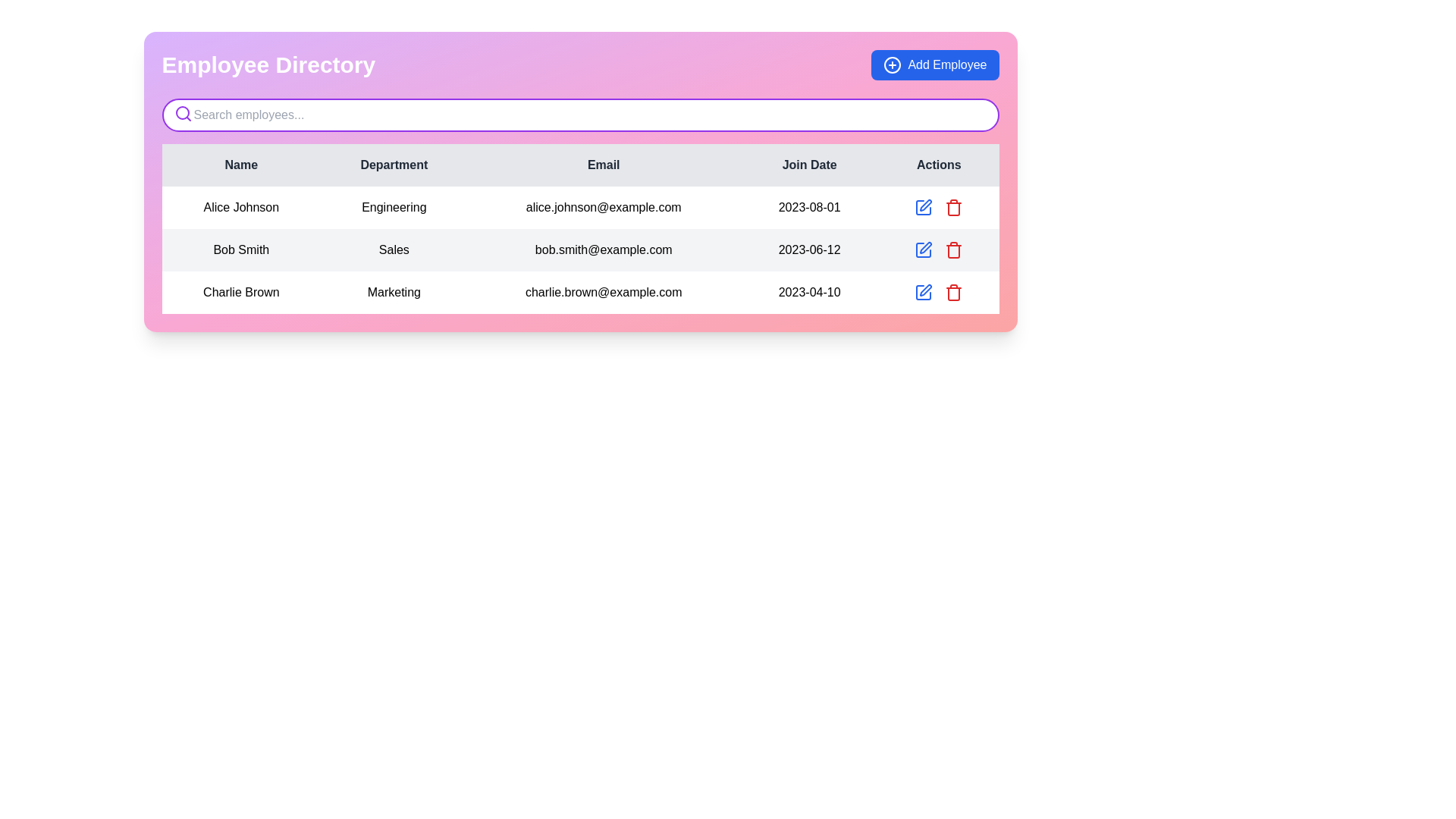 The height and width of the screenshot is (819, 1456). I want to click on the 'Add Employee' button located in the top-right corner of the interface to observe the hover effects, so click(934, 64).